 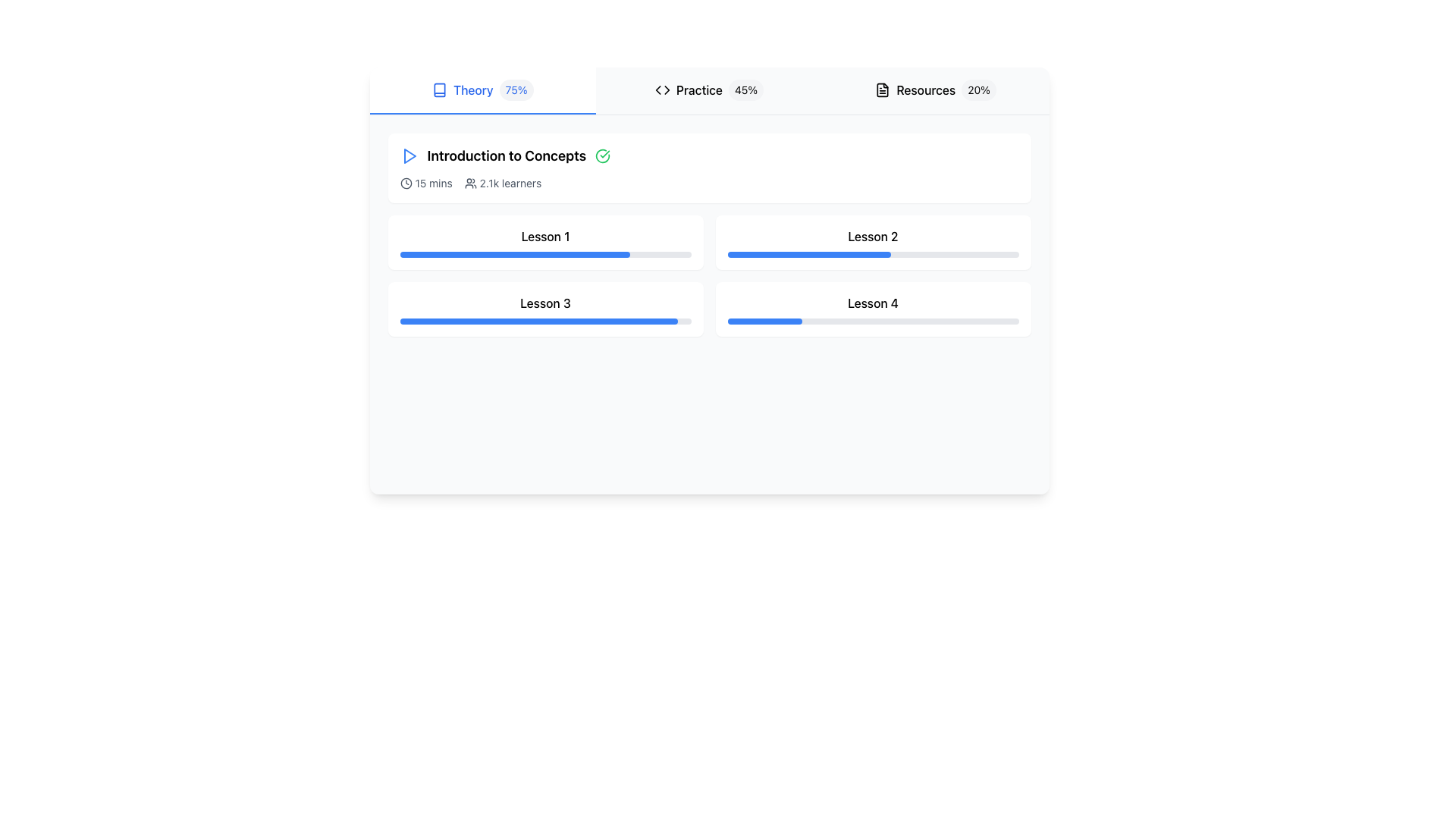 What do you see at coordinates (935, 90) in the screenshot?
I see `the navigation tab with icon and label located on the top bar, to the right of the 'Practice' tab` at bounding box center [935, 90].